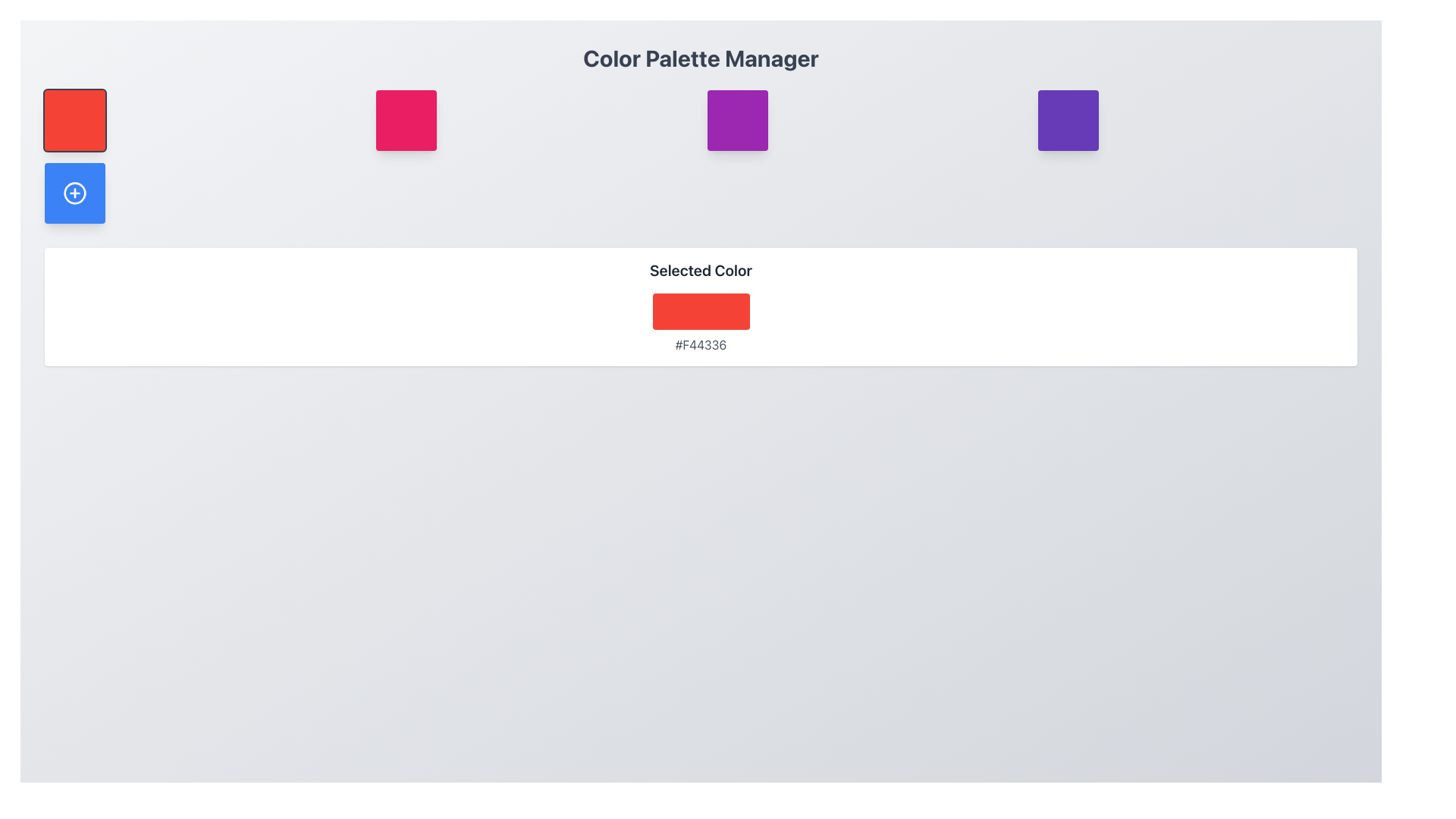  Describe the element at coordinates (406, 119) in the screenshot. I see `the second selectable color box, which applies the associated pink color` at that location.